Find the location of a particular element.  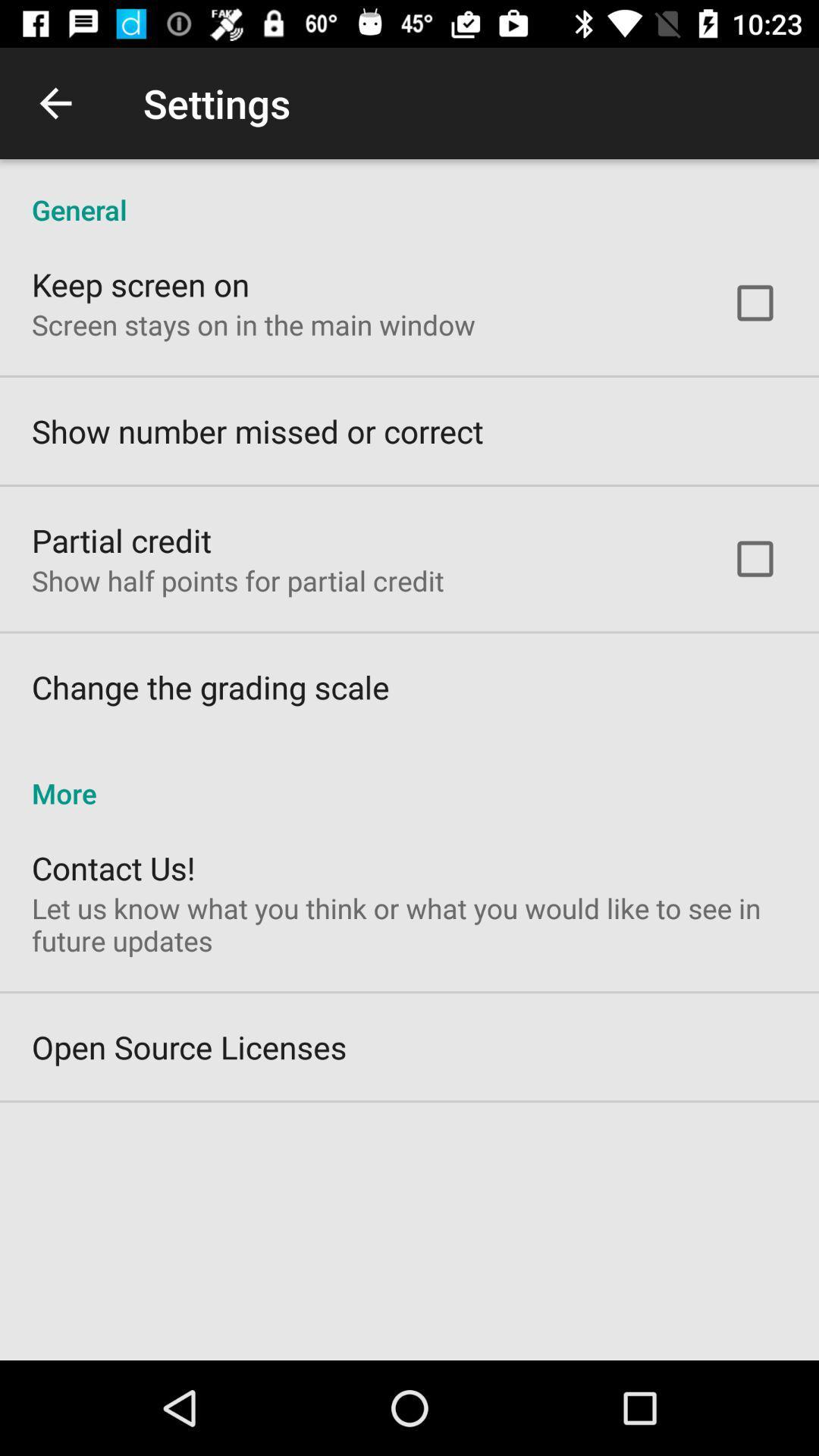

the general item is located at coordinates (409, 193).